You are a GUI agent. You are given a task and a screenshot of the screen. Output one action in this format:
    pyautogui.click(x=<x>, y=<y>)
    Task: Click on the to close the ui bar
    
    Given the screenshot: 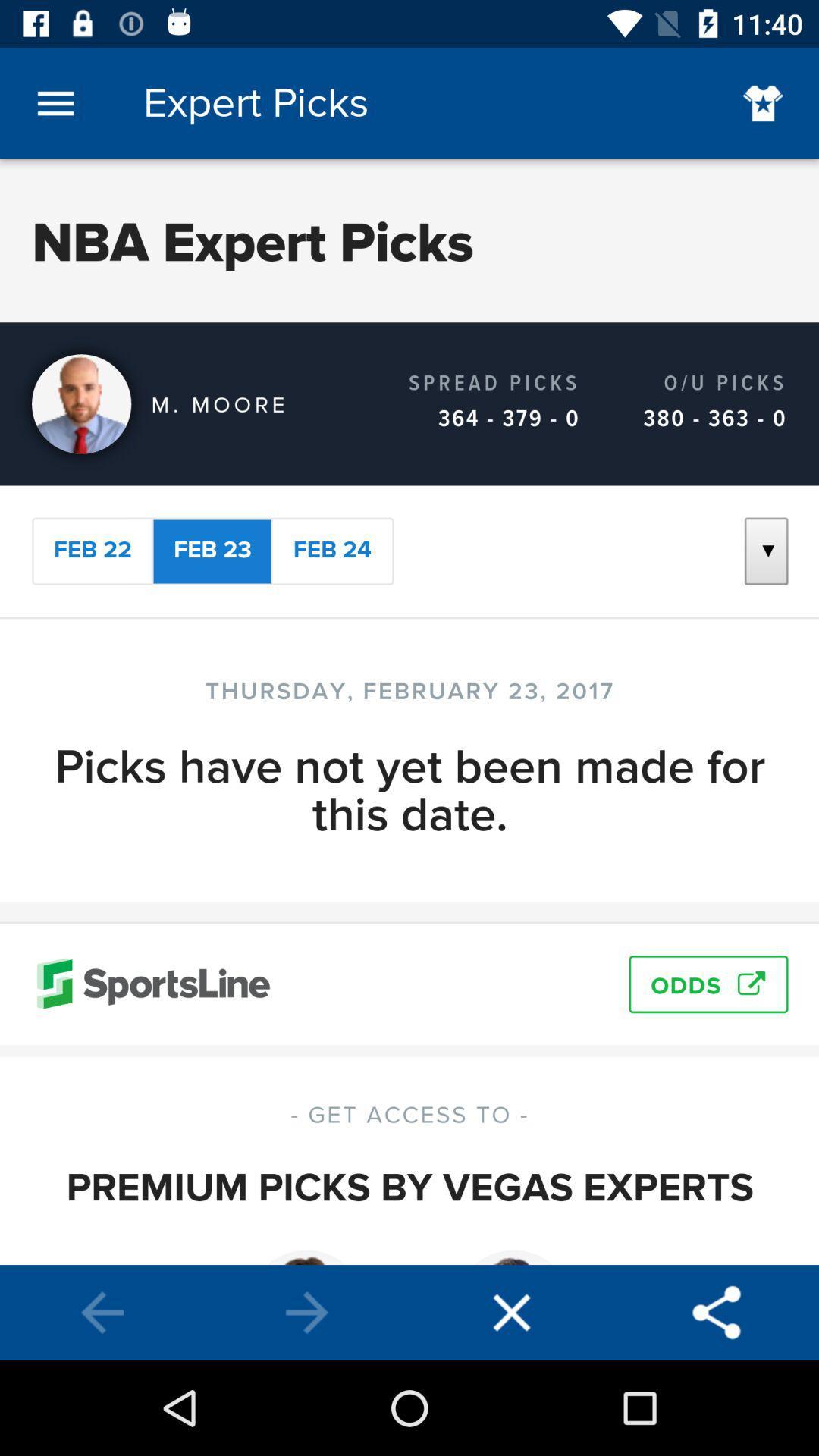 What is the action you would take?
    pyautogui.click(x=512, y=1312)
    